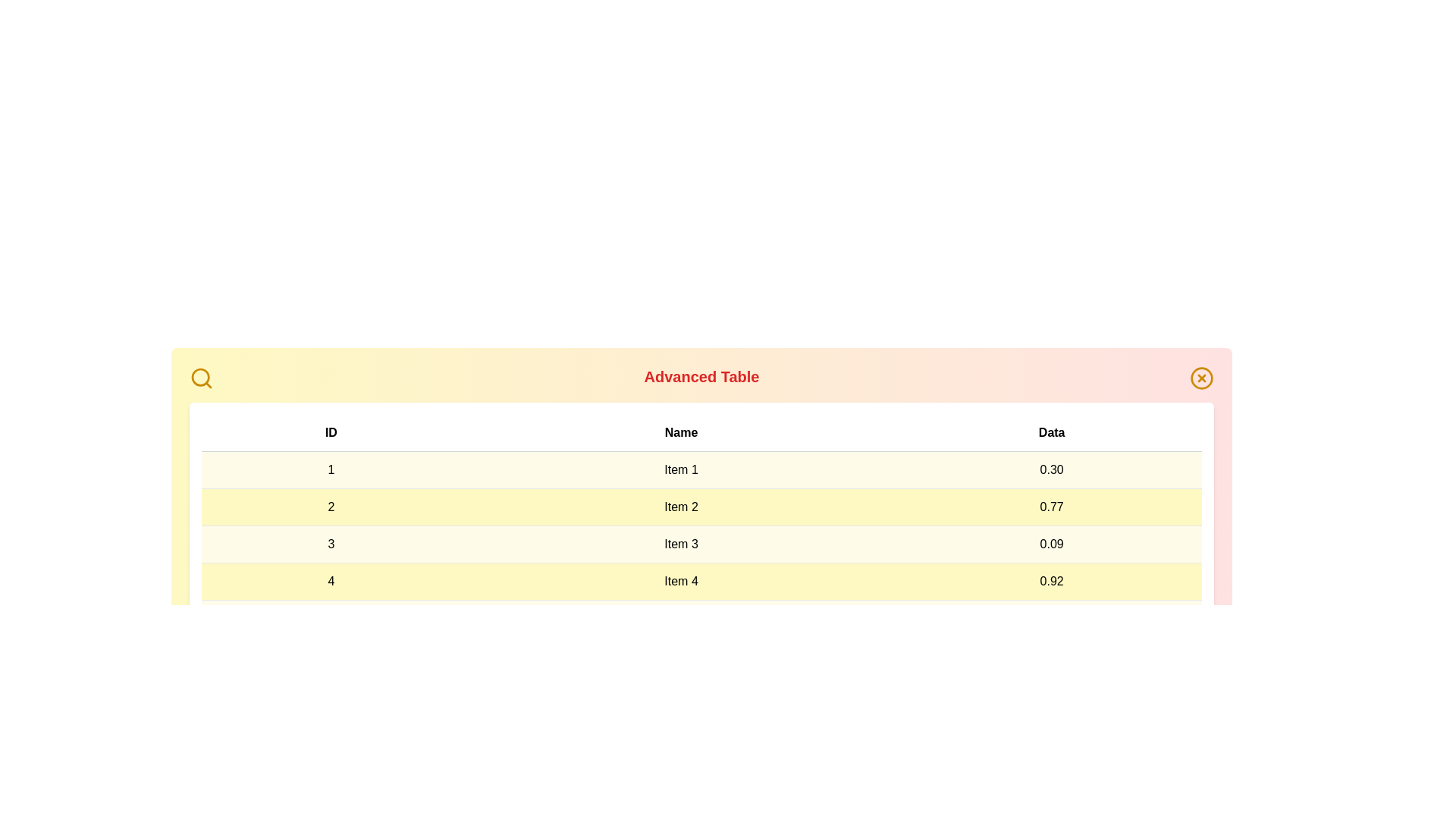  What do you see at coordinates (1051, 433) in the screenshot?
I see `the table header labeled Data to sort the table by that column` at bounding box center [1051, 433].